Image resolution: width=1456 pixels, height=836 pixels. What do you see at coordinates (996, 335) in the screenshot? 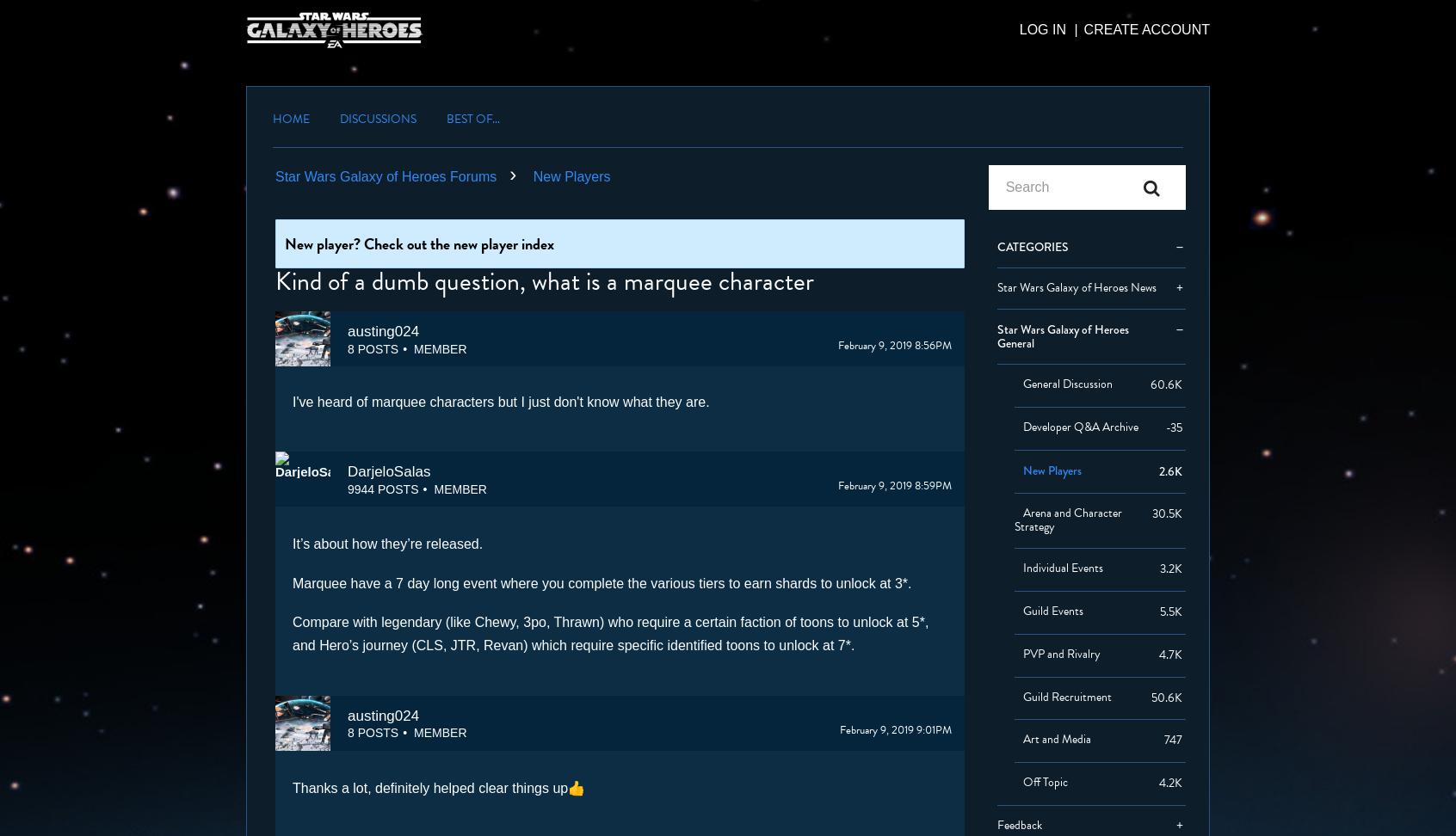
I see `'Star Wars Galaxy of Heroes General'` at bounding box center [996, 335].